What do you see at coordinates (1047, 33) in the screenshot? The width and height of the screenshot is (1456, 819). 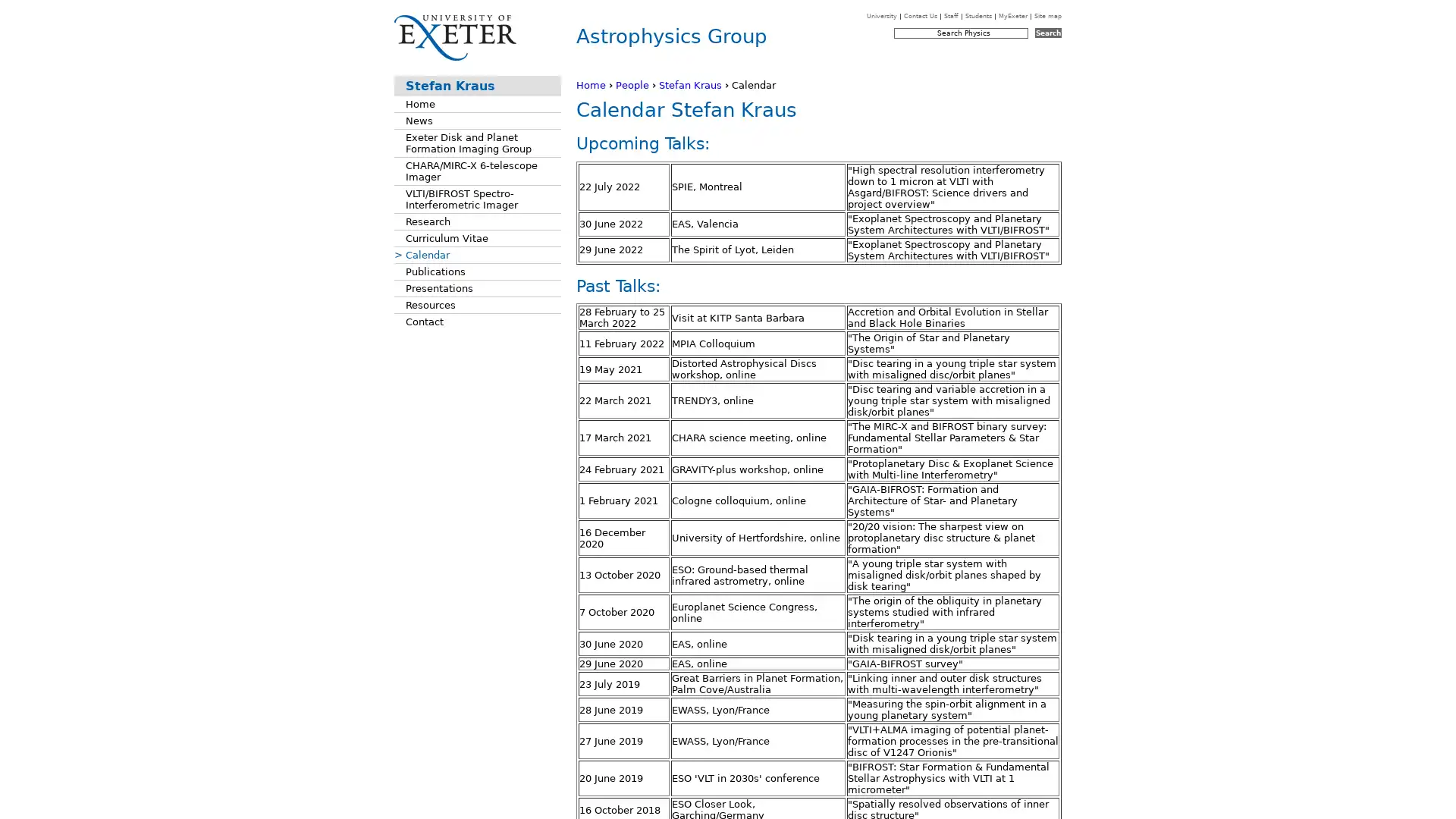 I see `Search` at bounding box center [1047, 33].